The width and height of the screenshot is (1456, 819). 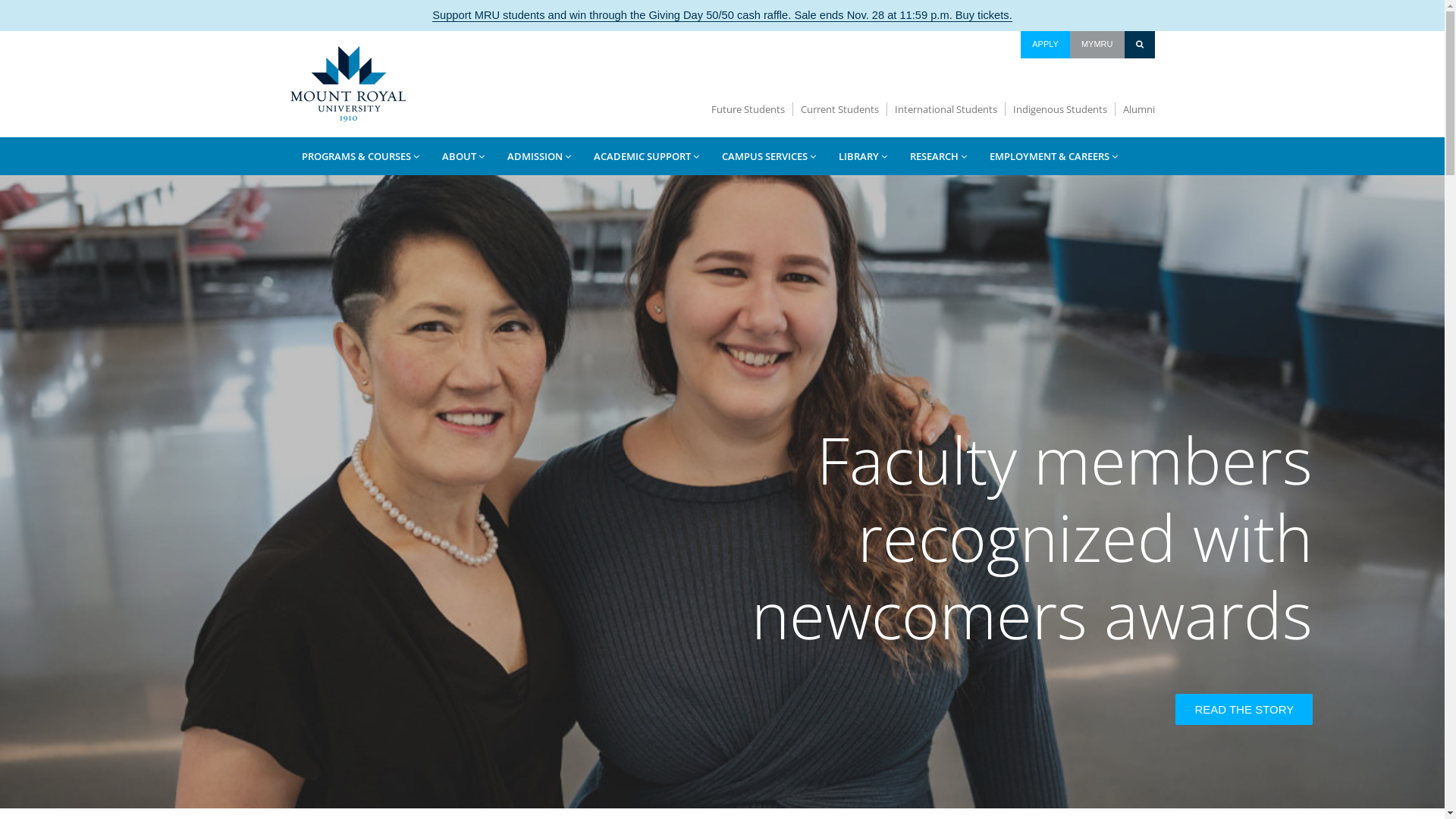 I want to click on 'Alumni', so click(x=1134, y=108).